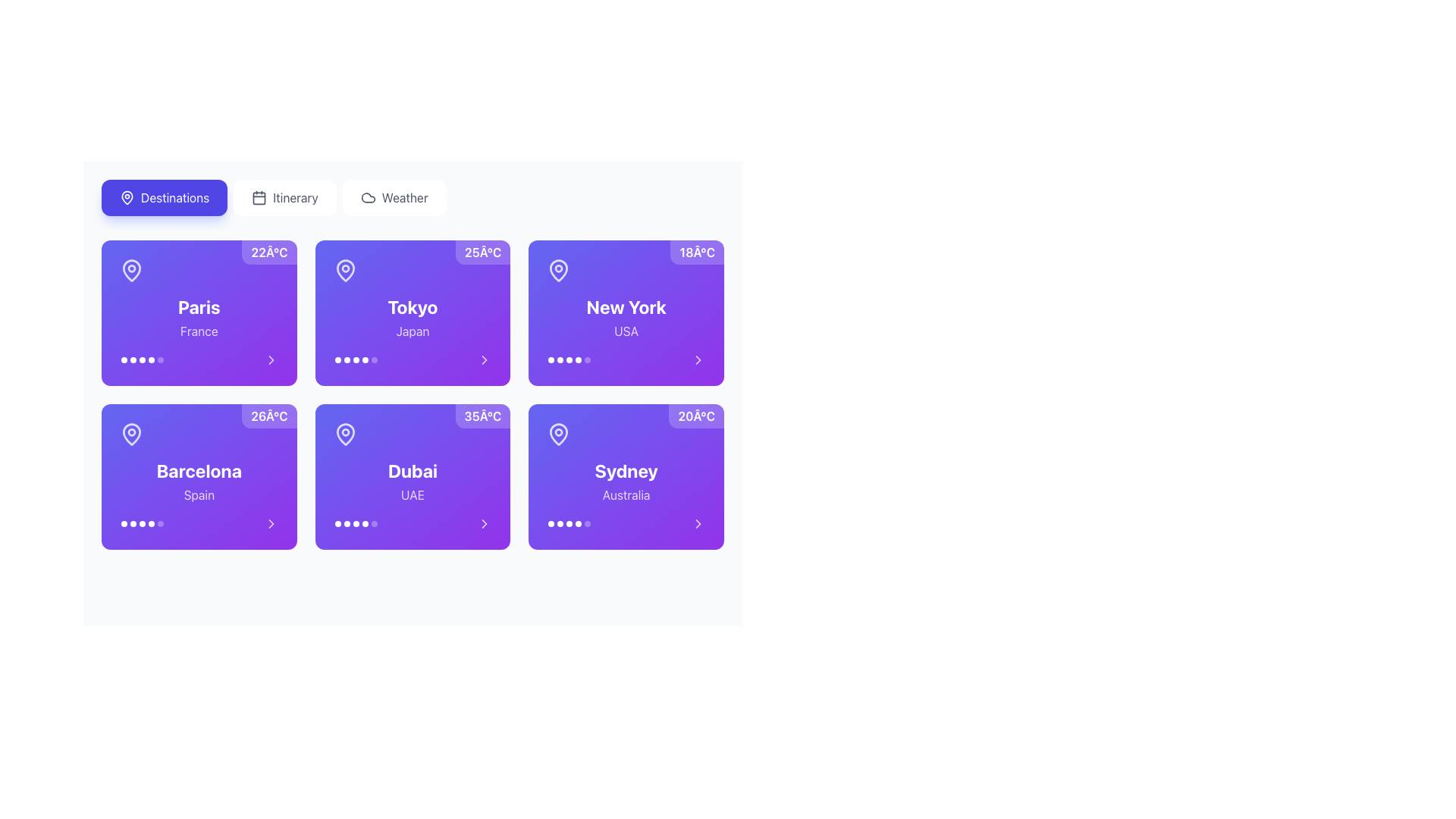 The width and height of the screenshot is (1456, 819). What do you see at coordinates (198, 475) in the screenshot?
I see `the Card component displaying information about 'Barcelona, Spain', located in the second row and first column of the grid layout, directly below the 'Paris' card` at bounding box center [198, 475].